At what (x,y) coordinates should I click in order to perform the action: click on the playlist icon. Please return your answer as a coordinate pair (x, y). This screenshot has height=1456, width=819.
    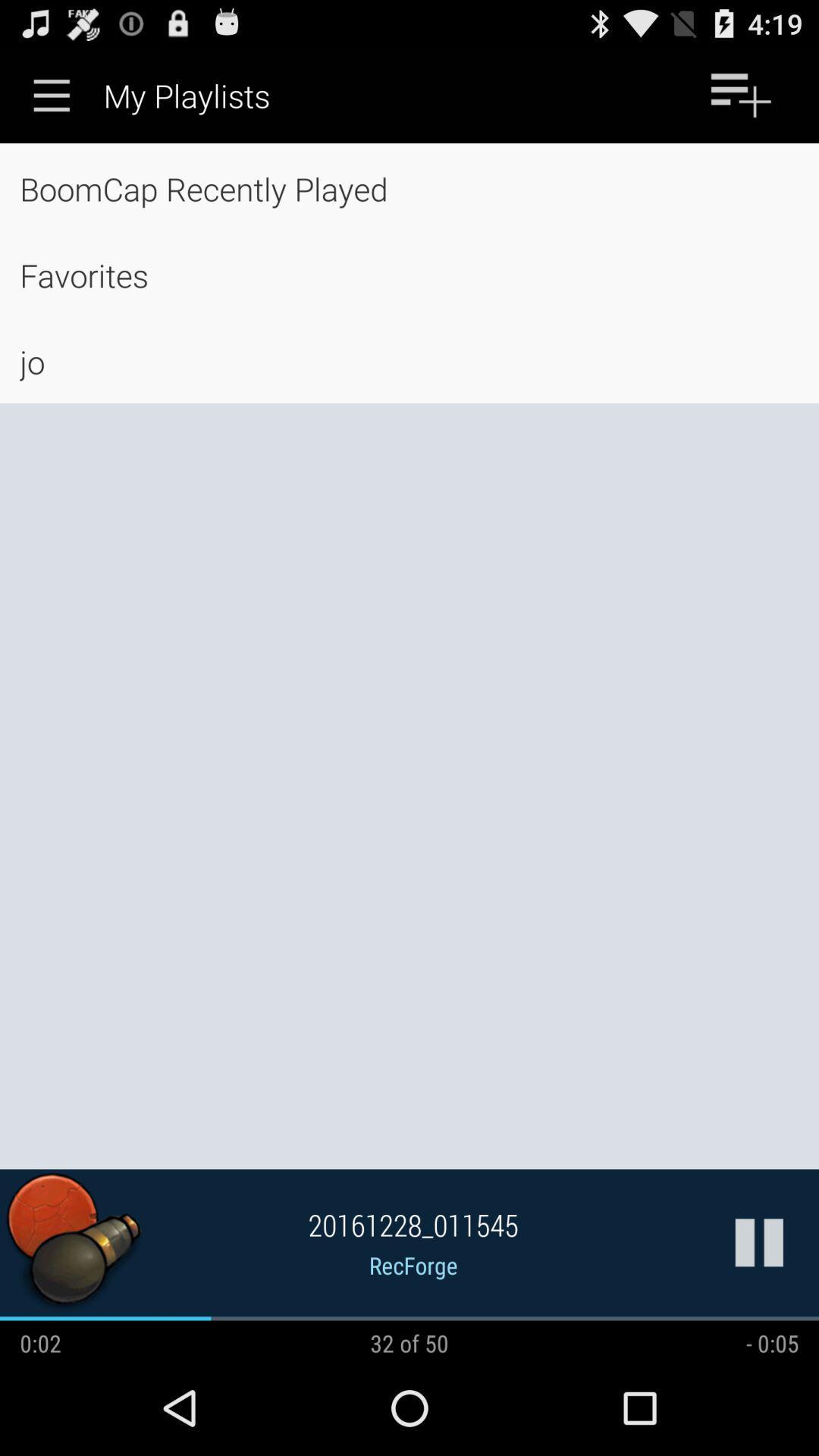
    Looking at the image, I should click on (740, 101).